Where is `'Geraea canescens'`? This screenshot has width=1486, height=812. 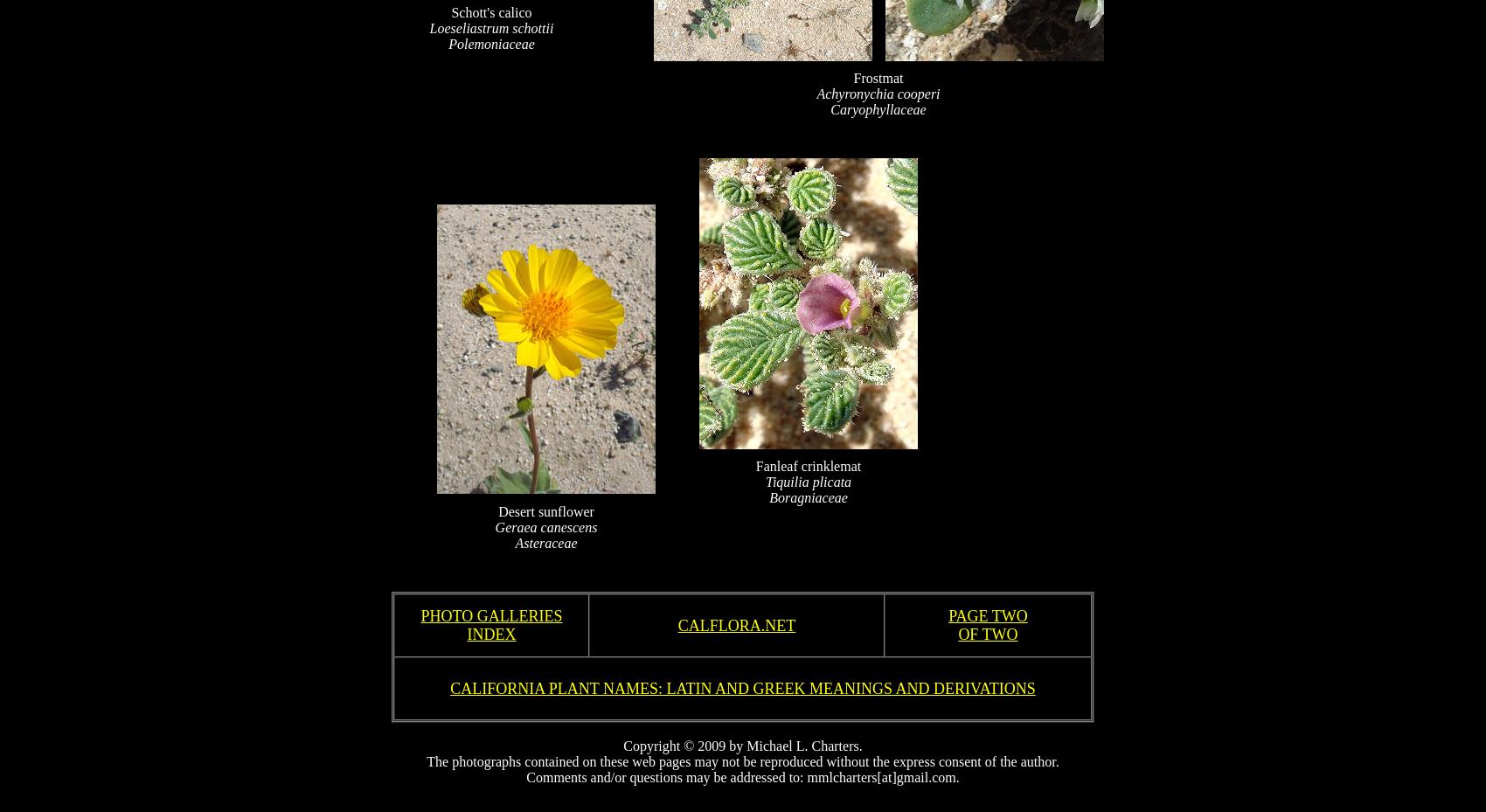
'Geraea canescens' is located at coordinates (545, 525).